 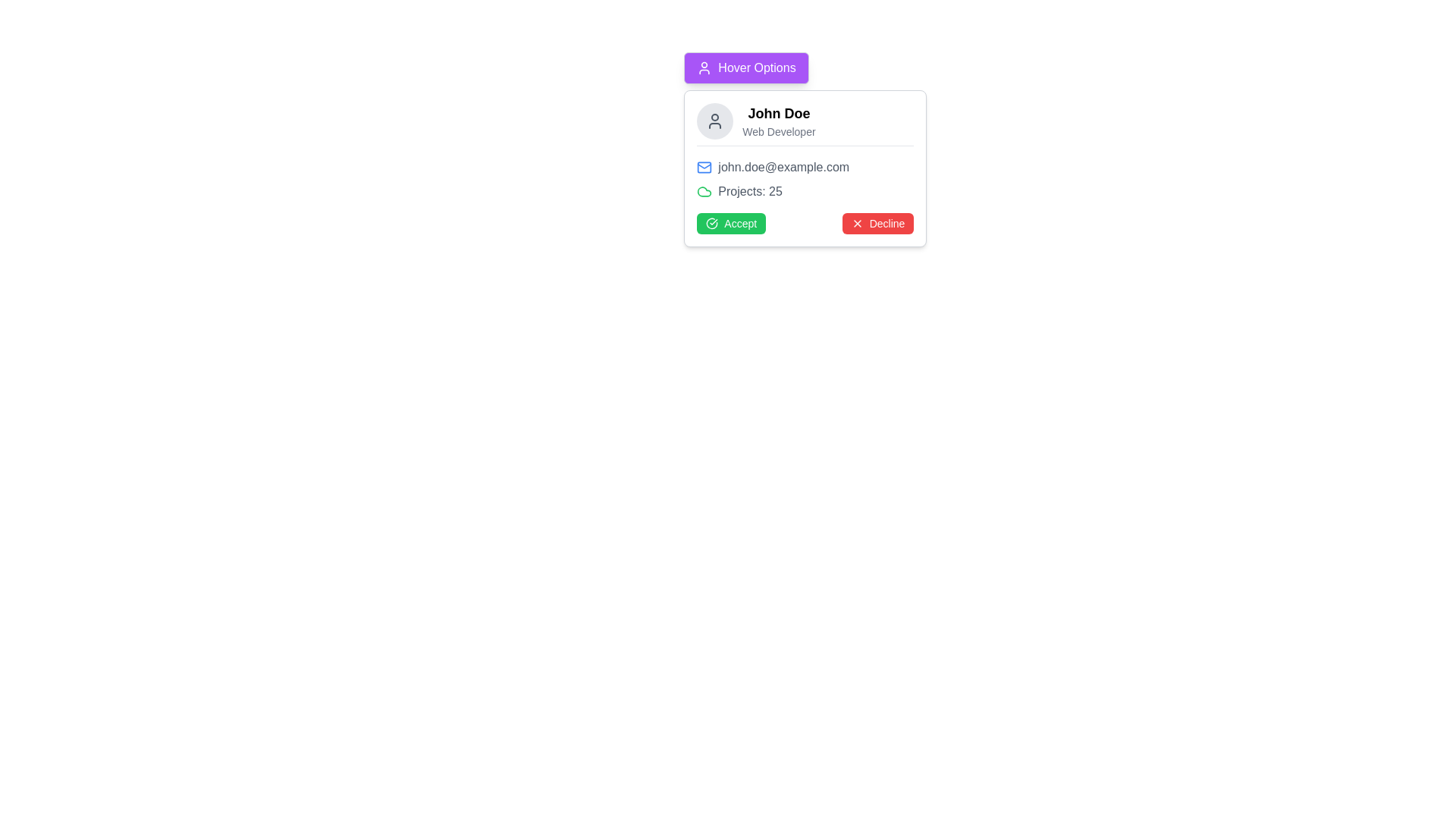 I want to click on the small white 'x' icon located within the red 'Decline' button, which is positioned towards the right bottom region of the card component, so click(x=857, y=223).